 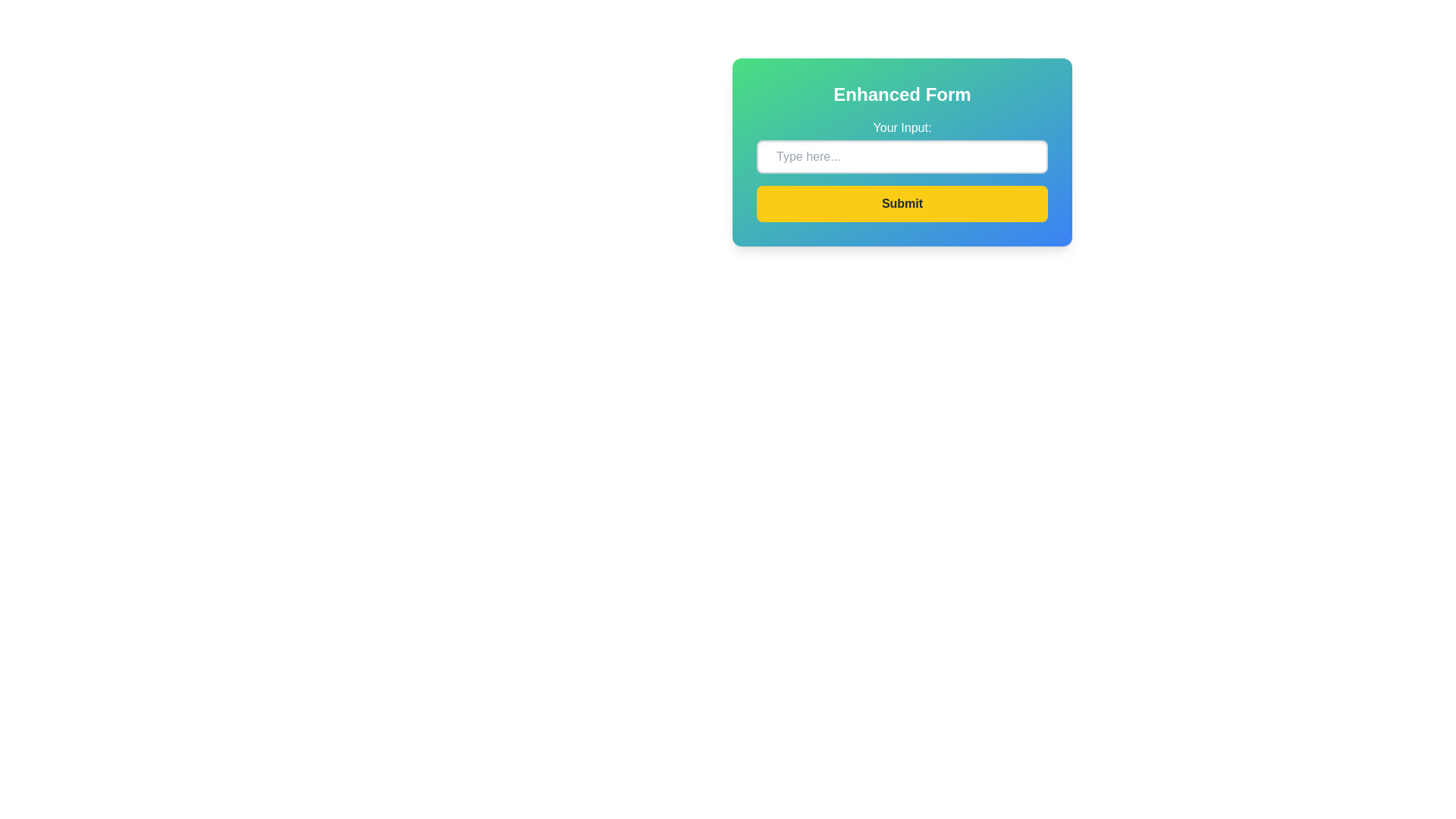 What do you see at coordinates (902, 94) in the screenshot?
I see `the bold, large-sized text reading 'Enhanced Form' which is styled in white and is prominently displayed at the top of the interface` at bounding box center [902, 94].